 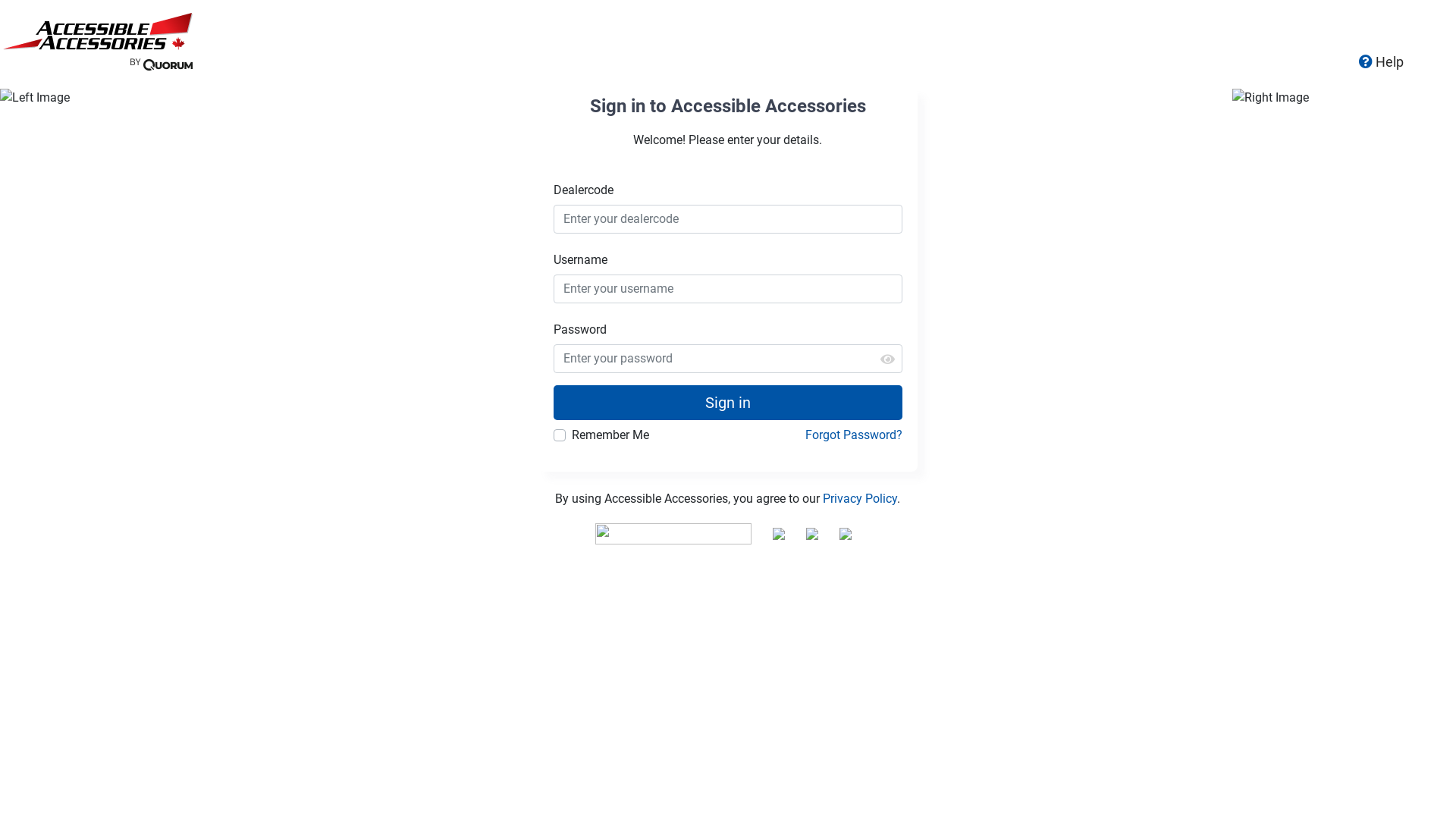 What do you see at coordinates (859, 498) in the screenshot?
I see `'Privacy Policy'` at bounding box center [859, 498].